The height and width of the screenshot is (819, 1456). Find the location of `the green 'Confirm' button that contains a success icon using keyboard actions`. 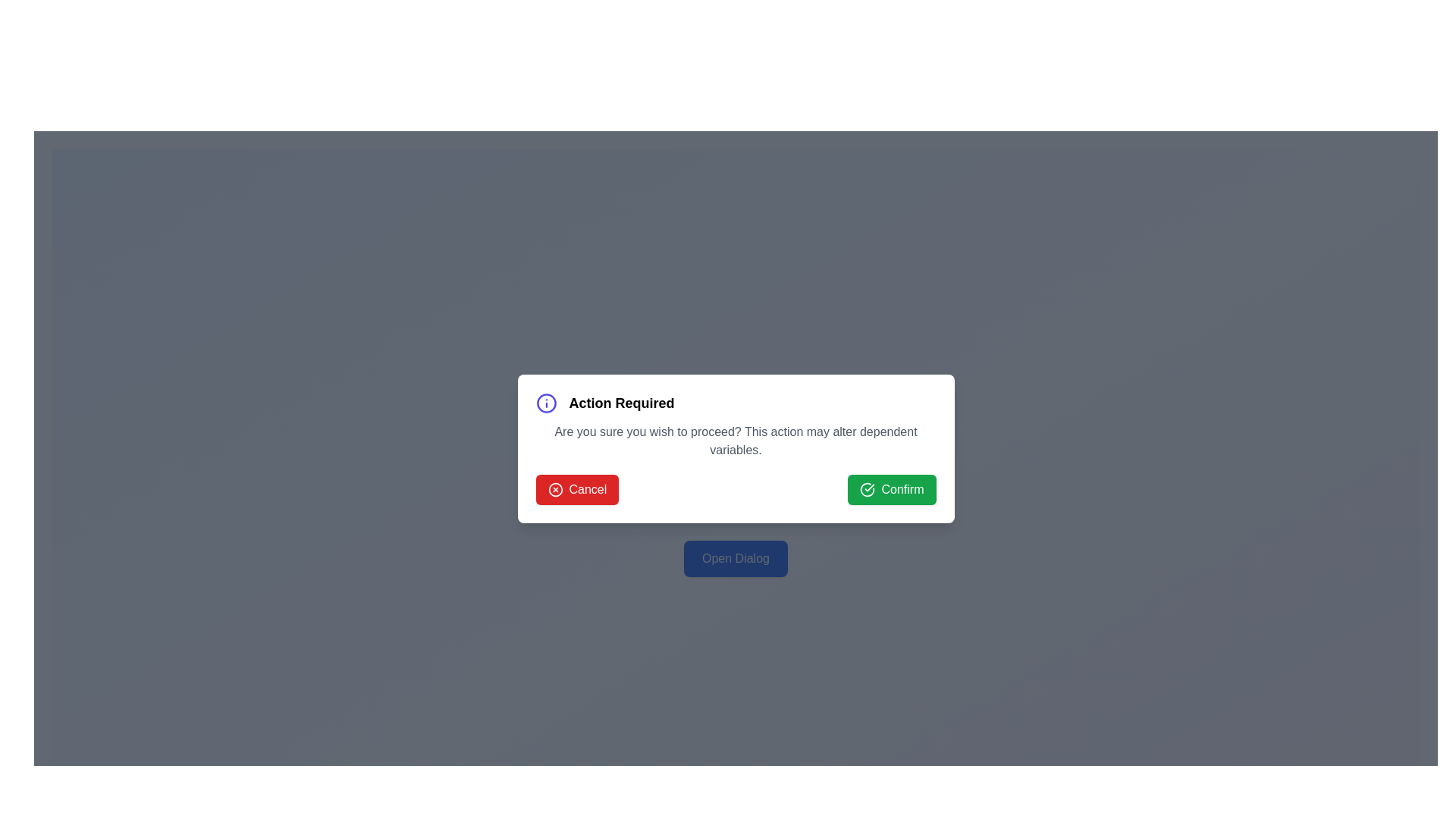

the green 'Confirm' button that contains a success icon using keyboard actions is located at coordinates (868, 489).